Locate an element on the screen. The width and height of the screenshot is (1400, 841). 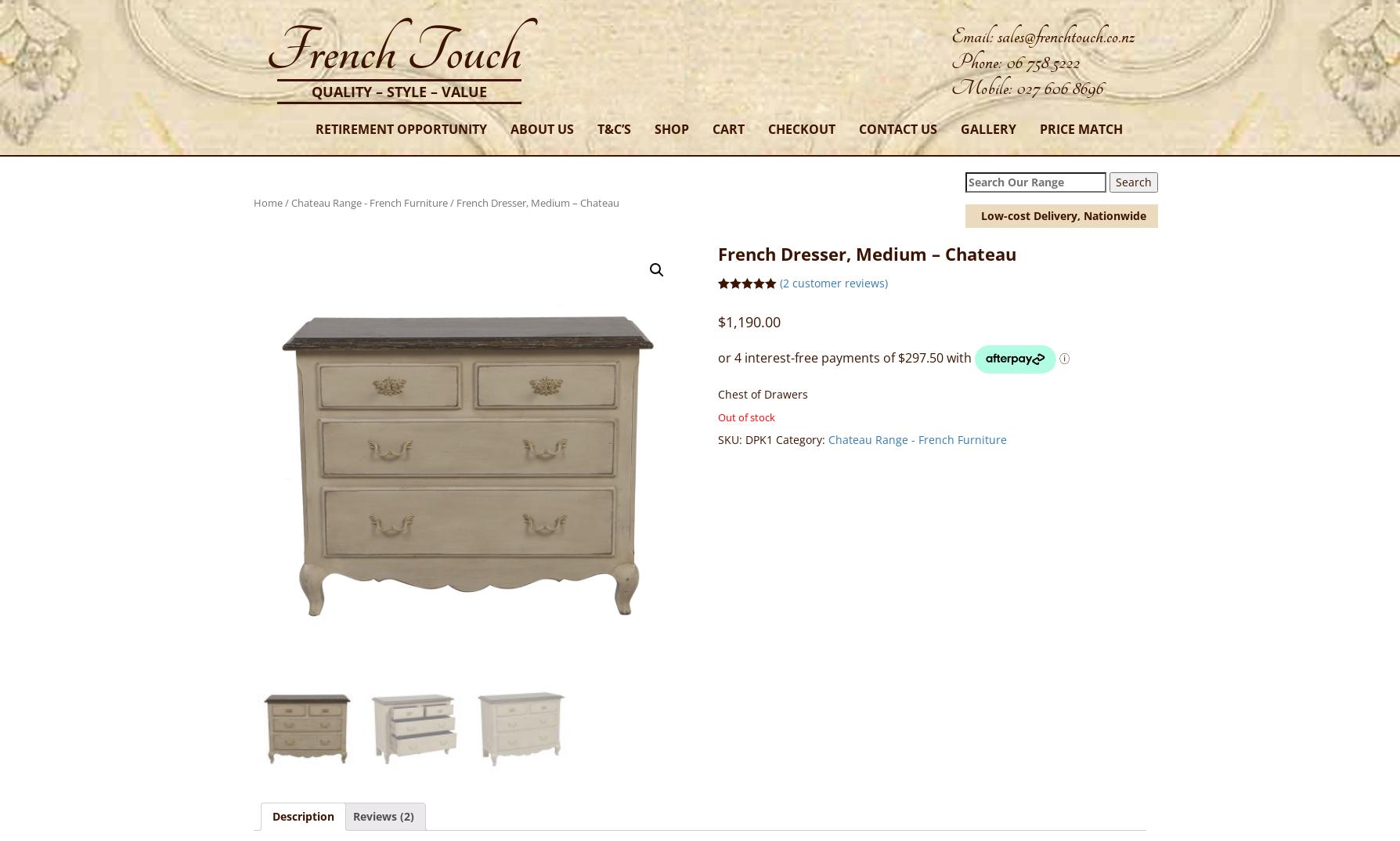
'DPK1' is located at coordinates (758, 439).